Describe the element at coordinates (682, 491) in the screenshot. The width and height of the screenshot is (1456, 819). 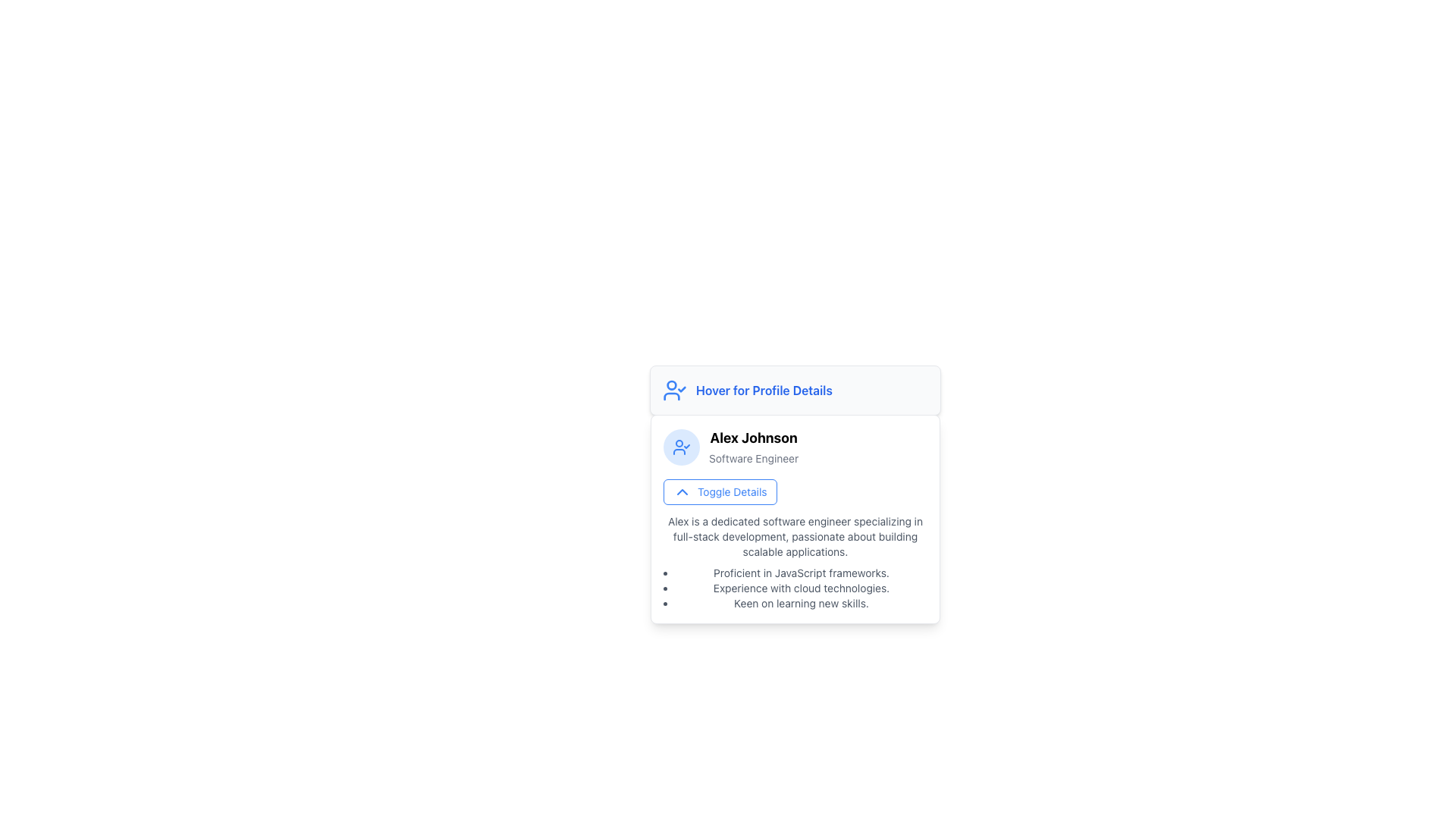
I see `the chevron-up icon inside the 'Toggle Details' button located under 'Alex Johnson' in the profile card` at that location.